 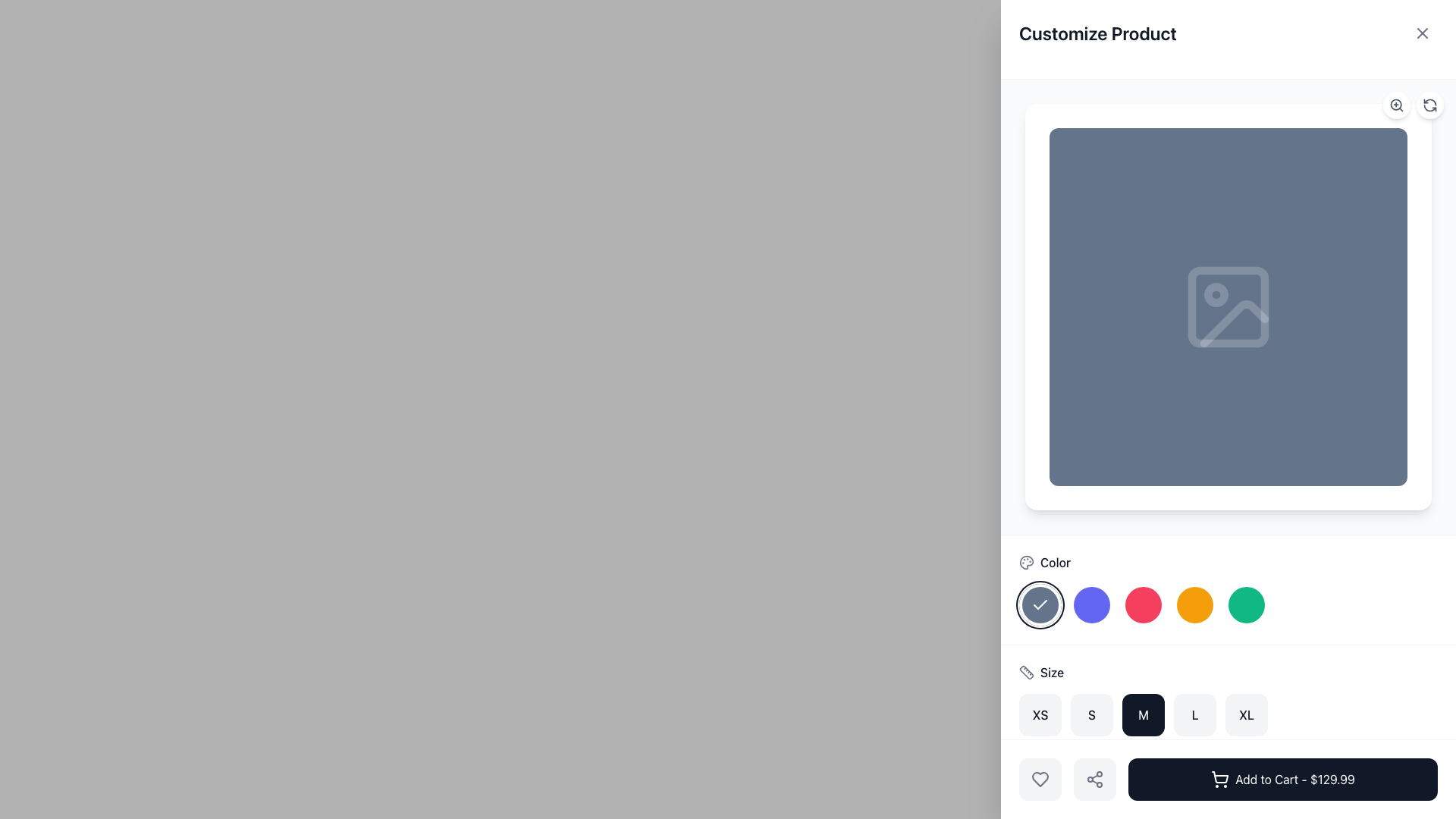 What do you see at coordinates (1422, 33) in the screenshot?
I see `the close icon button represented by an 'X' mark in the top right corner of the interface` at bounding box center [1422, 33].